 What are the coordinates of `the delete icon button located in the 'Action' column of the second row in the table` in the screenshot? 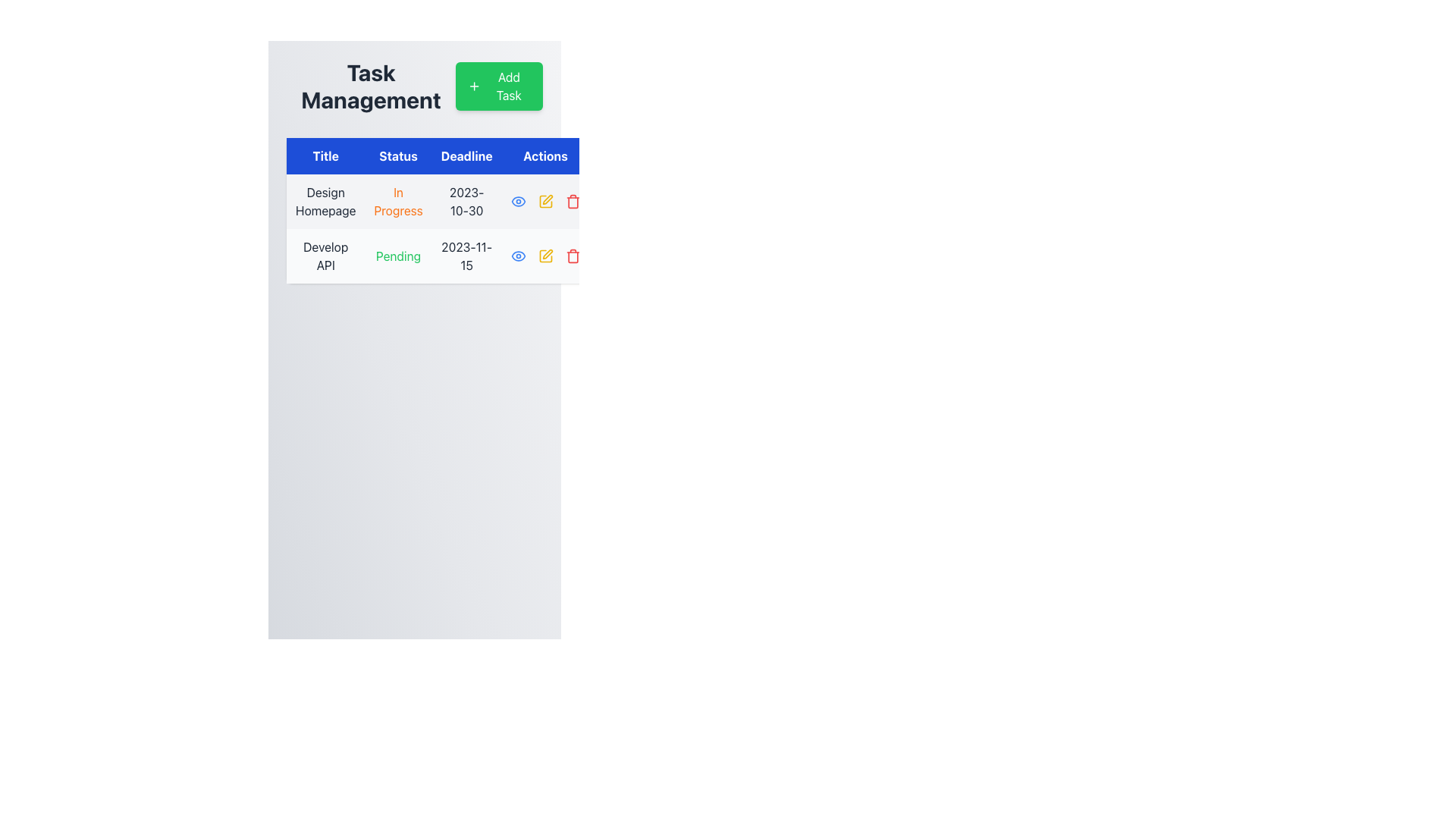 It's located at (572, 256).